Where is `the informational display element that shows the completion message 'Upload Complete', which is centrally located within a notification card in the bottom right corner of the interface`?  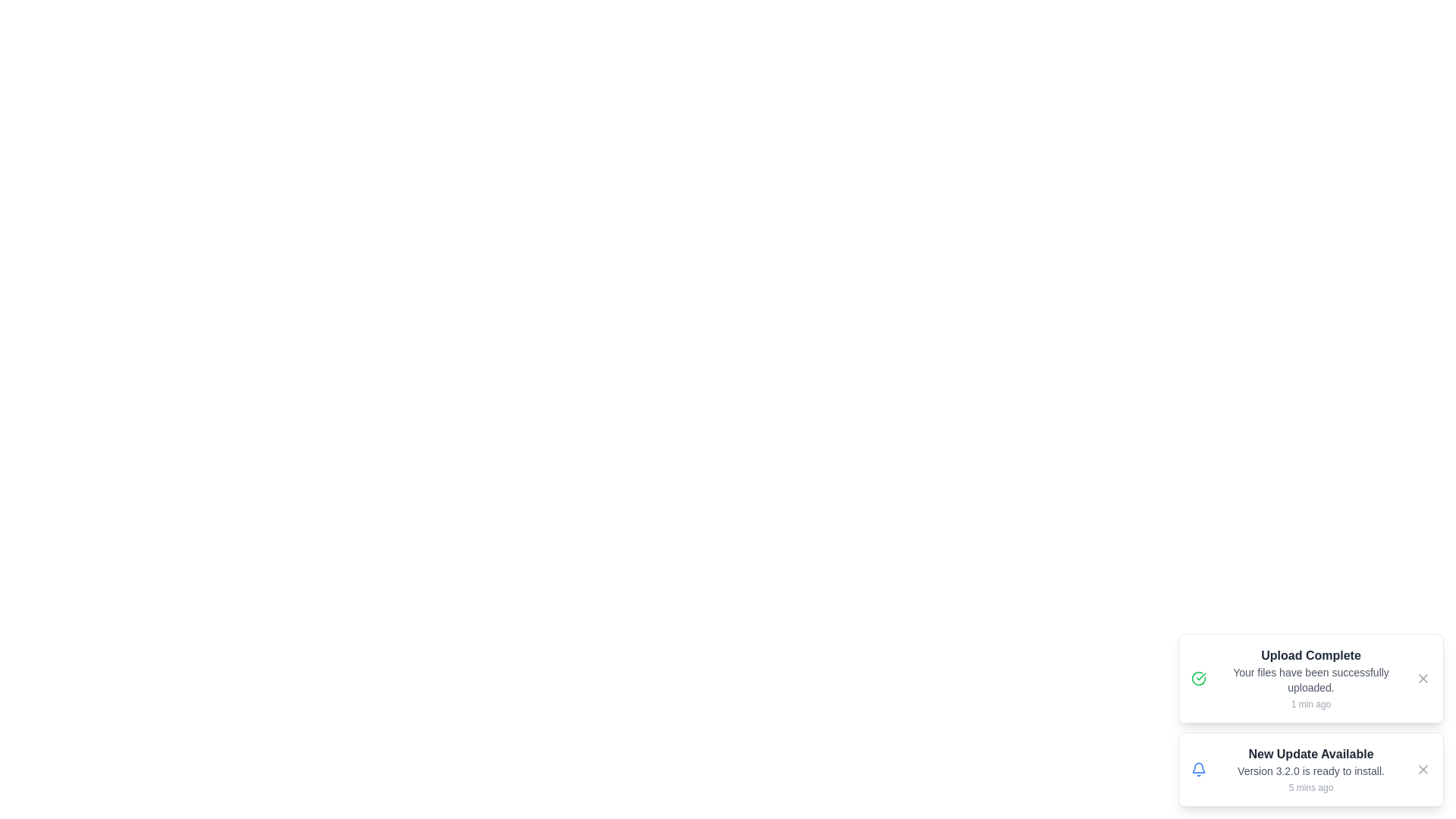 the informational display element that shows the completion message 'Upload Complete', which is centrally located within a notification card in the bottom right corner of the interface is located at coordinates (1310, 677).